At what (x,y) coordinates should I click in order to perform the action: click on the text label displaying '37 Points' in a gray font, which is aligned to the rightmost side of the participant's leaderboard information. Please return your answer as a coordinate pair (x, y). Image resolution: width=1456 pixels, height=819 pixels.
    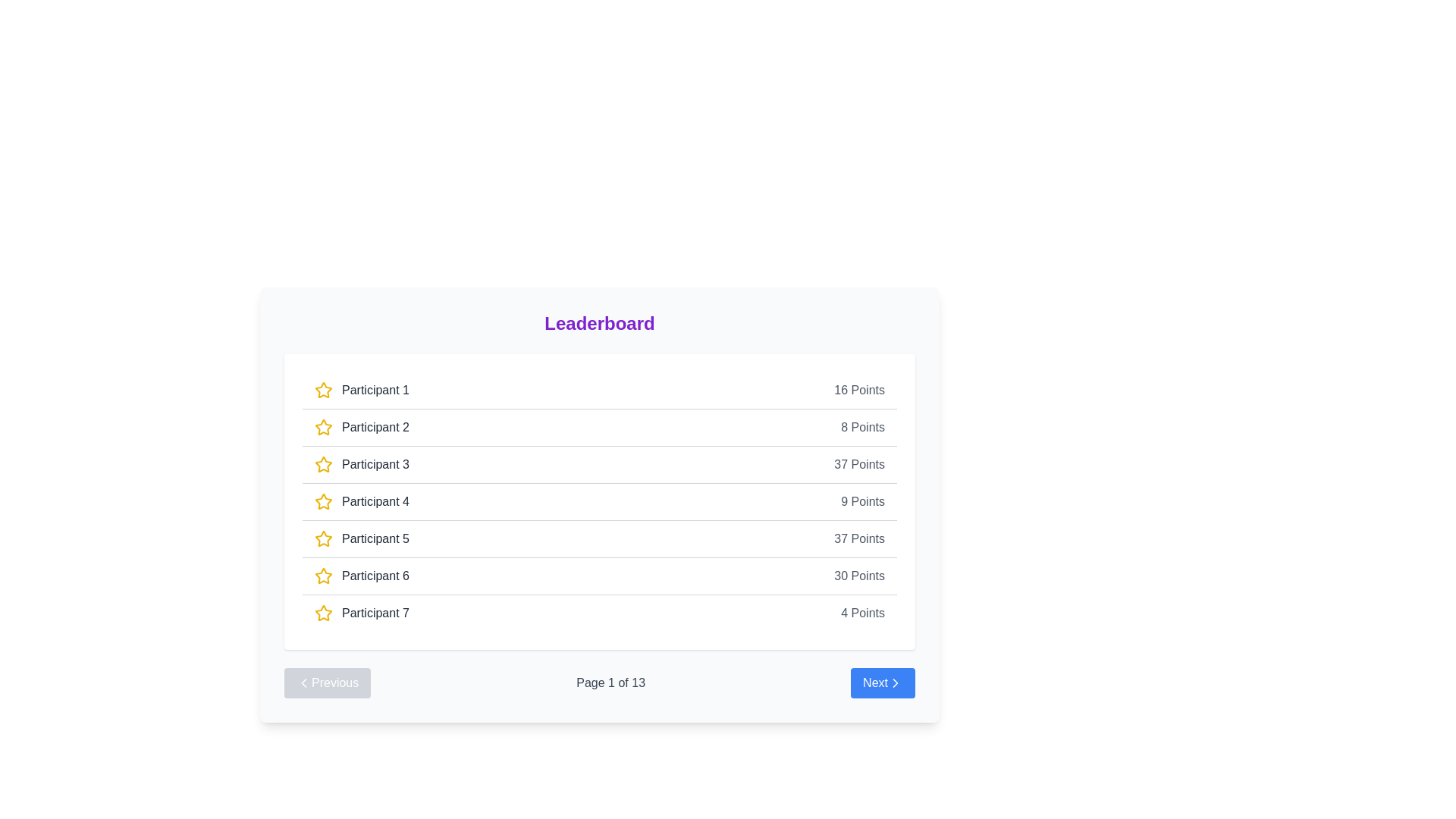
    Looking at the image, I should click on (859, 538).